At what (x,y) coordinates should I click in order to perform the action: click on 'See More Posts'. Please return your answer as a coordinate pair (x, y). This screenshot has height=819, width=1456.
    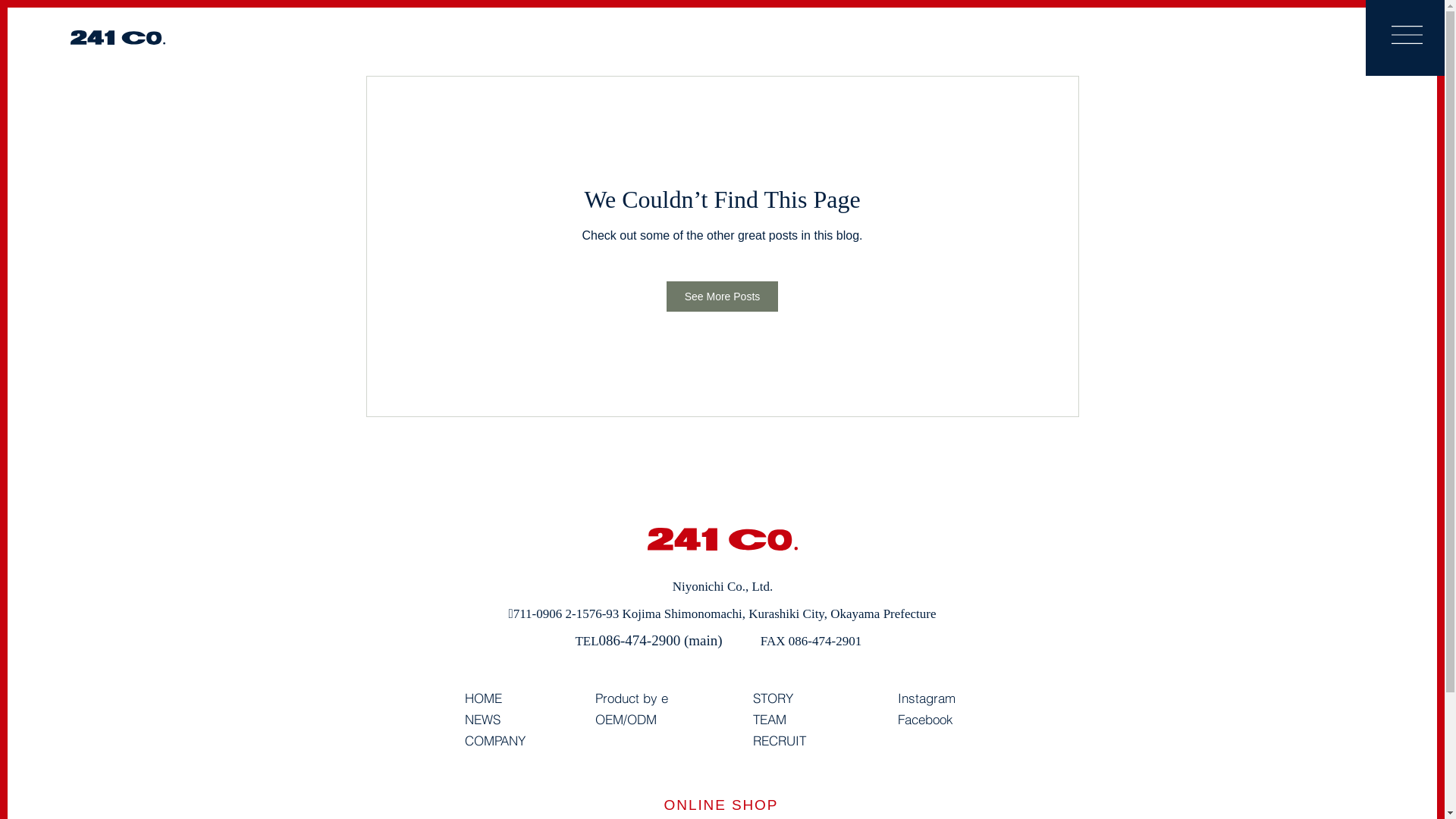
    Looking at the image, I should click on (722, 296).